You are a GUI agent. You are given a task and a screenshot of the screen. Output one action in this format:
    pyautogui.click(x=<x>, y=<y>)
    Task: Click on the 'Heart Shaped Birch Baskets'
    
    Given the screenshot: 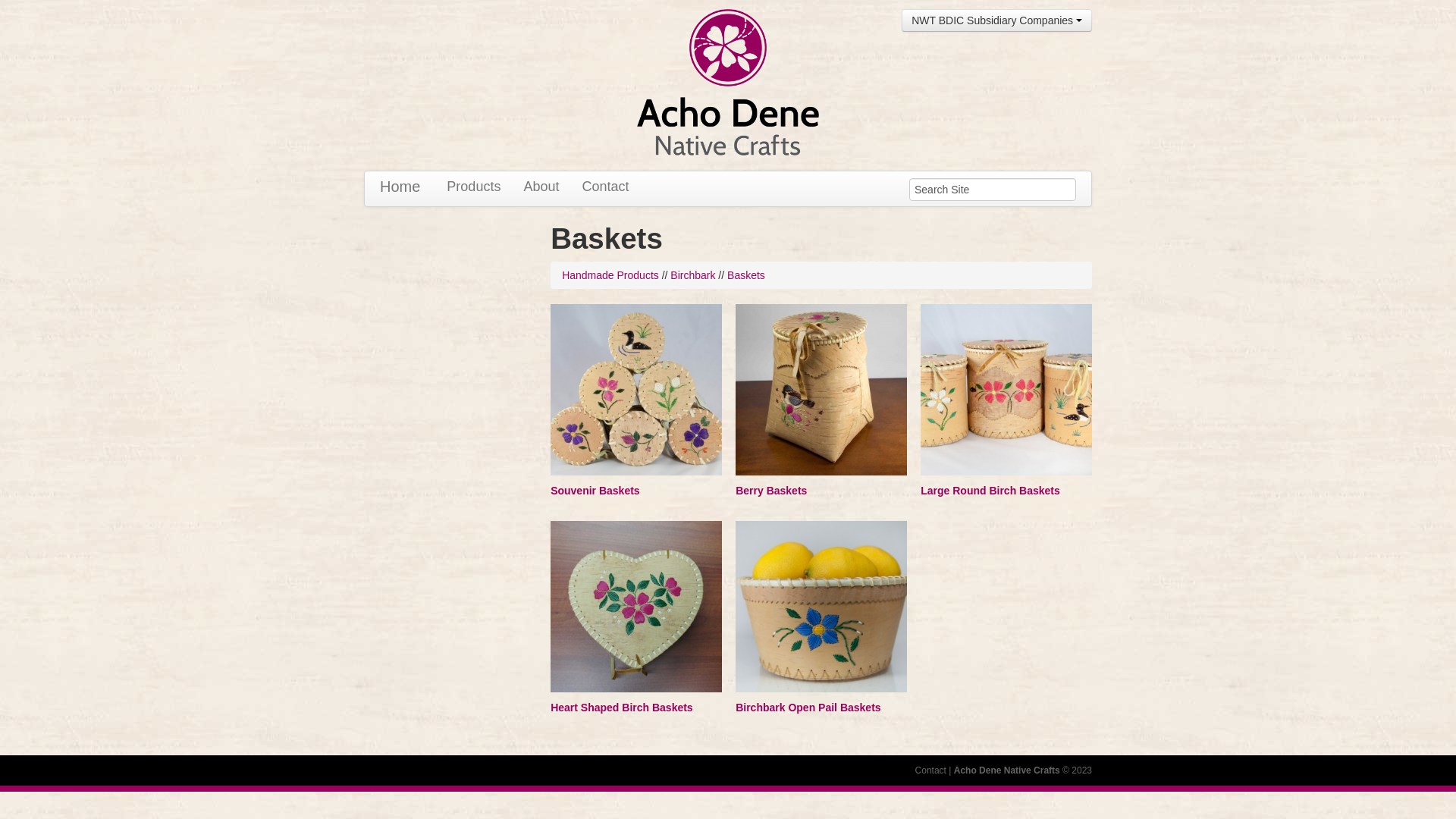 What is the action you would take?
    pyautogui.click(x=622, y=708)
    